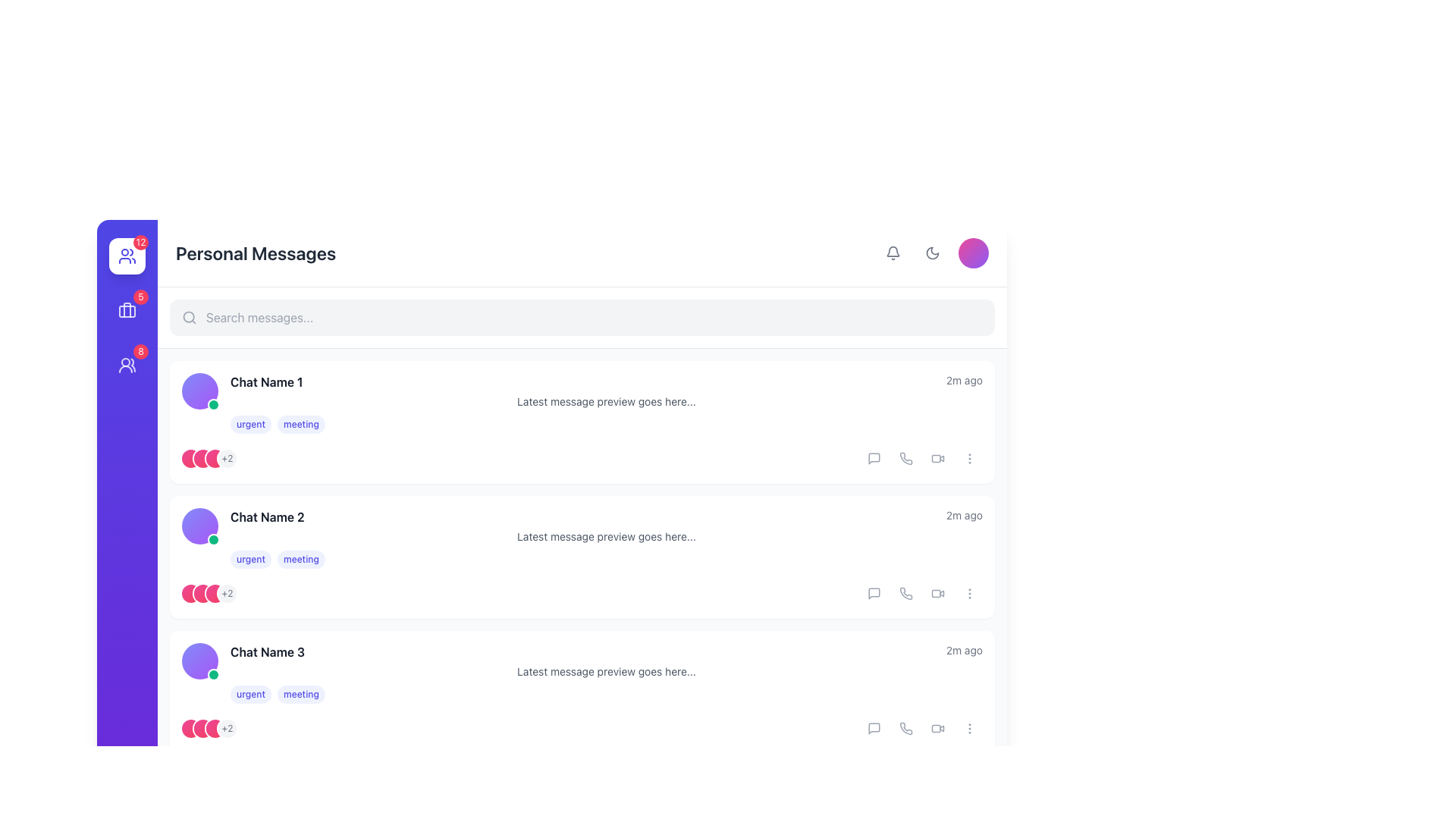 The width and height of the screenshot is (1456, 819). What do you see at coordinates (127, 366) in the screenshot?
I see `the circular user group icon button with a notification badge showing '8' in the vertical navigation sidebar` at bounding box center [127, 366].